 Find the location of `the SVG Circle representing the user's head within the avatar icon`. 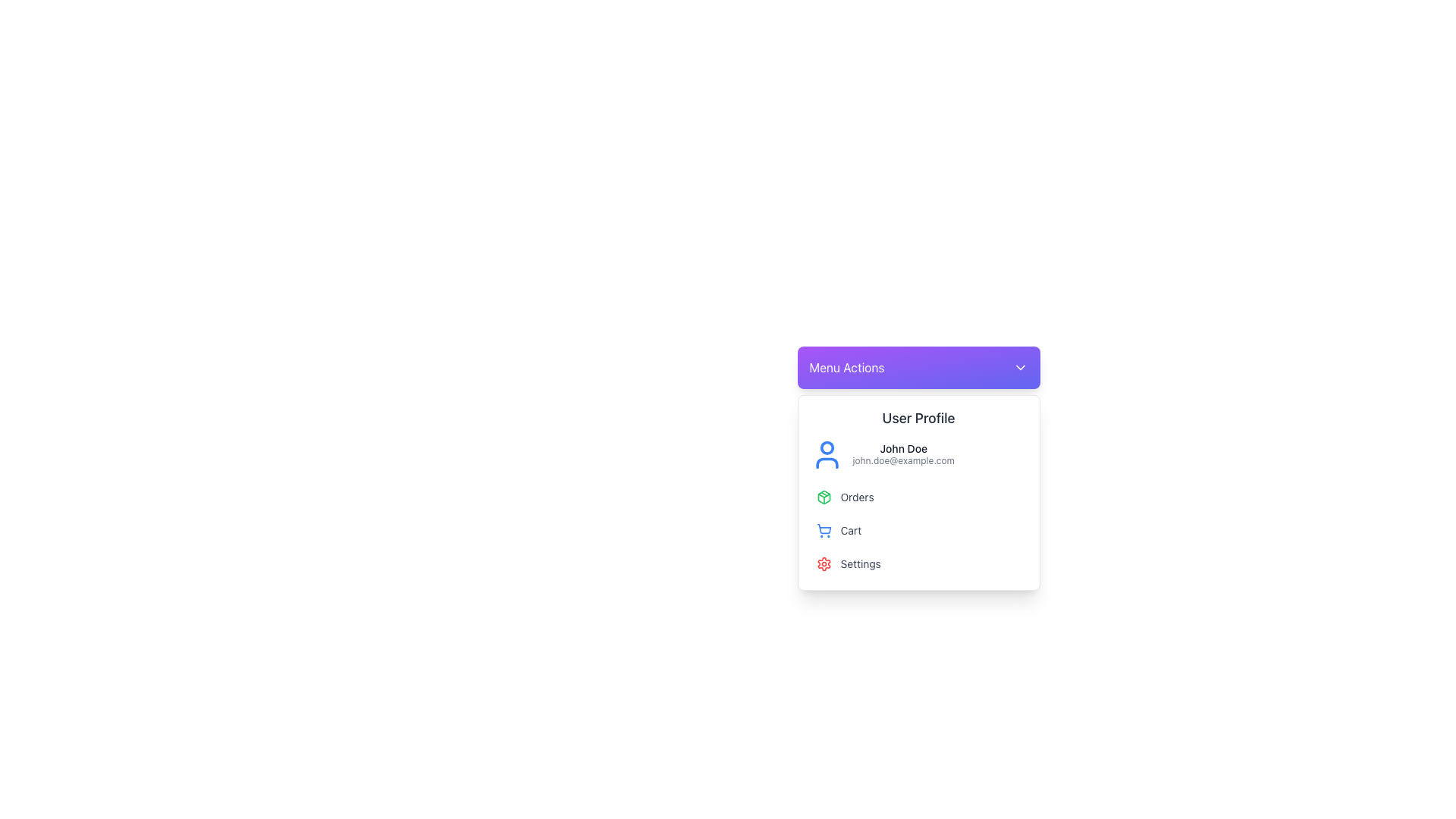

the SVG Circle representing the user's head within the avatar icon is located at coordinates (826, 447).